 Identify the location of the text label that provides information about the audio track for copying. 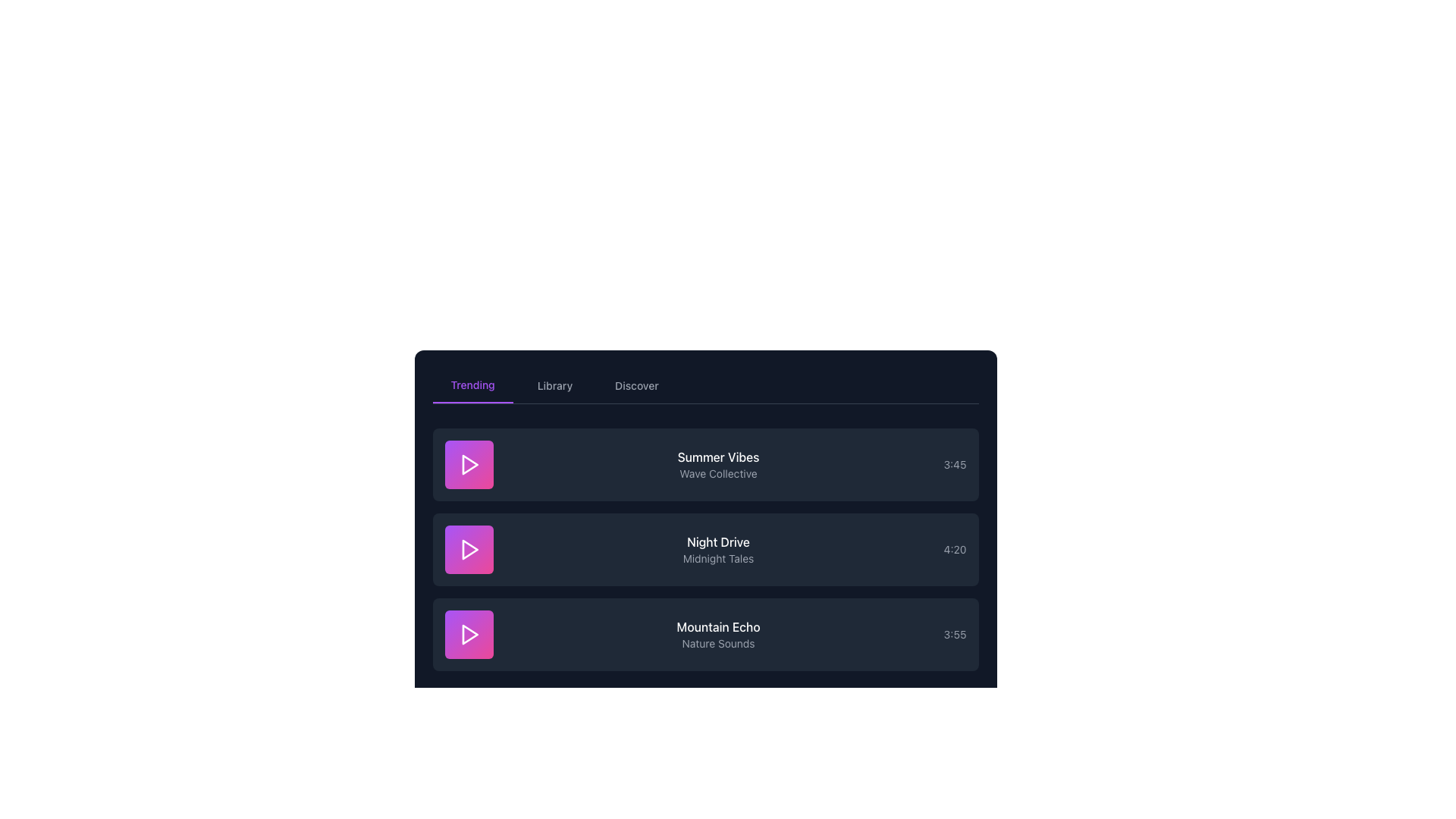
(717, 635).